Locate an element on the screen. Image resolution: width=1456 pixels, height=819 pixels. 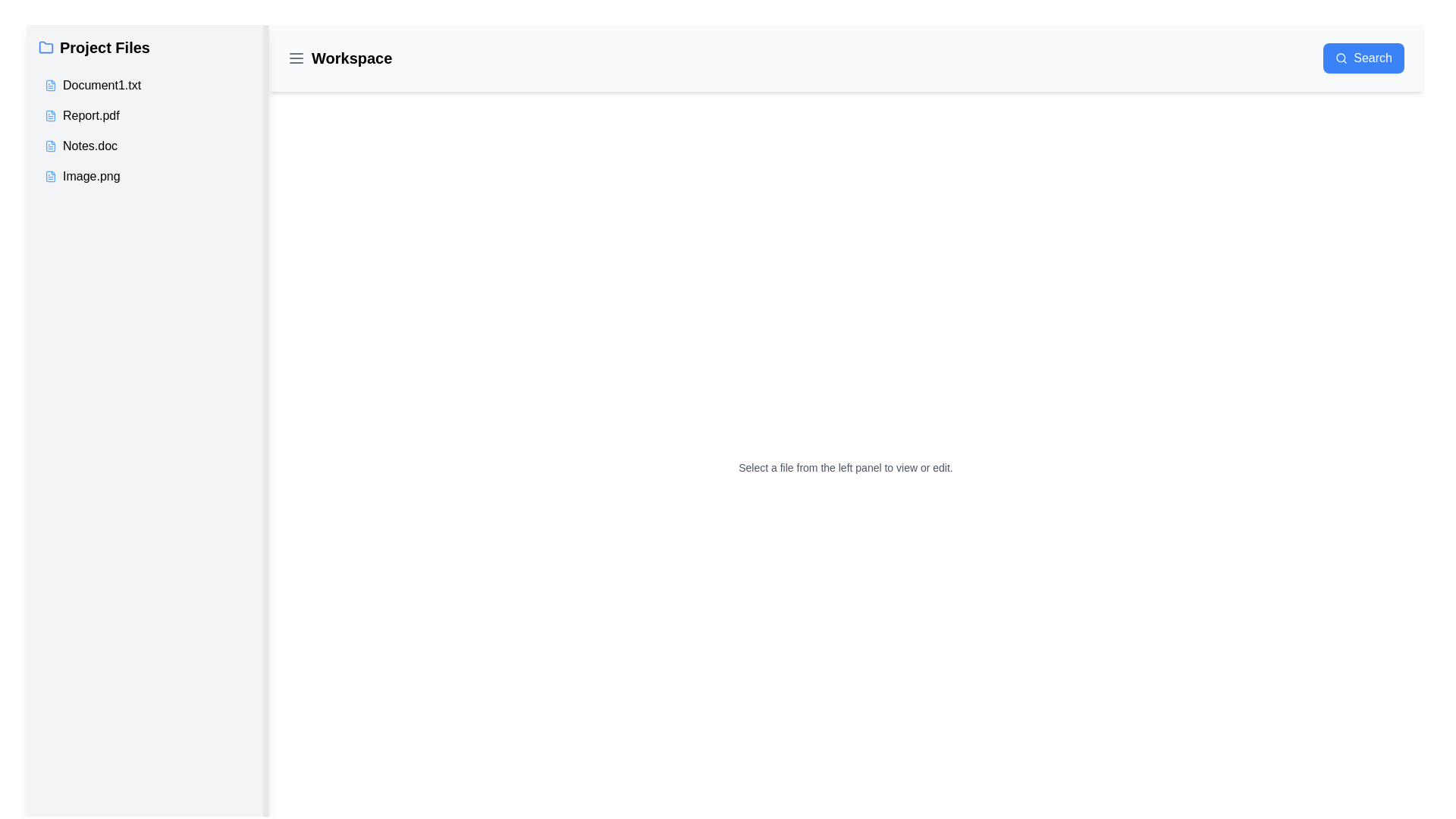
the icon representing the file 'Image.png' located at the leftmost side of its row is located at coordinates (51, 175).